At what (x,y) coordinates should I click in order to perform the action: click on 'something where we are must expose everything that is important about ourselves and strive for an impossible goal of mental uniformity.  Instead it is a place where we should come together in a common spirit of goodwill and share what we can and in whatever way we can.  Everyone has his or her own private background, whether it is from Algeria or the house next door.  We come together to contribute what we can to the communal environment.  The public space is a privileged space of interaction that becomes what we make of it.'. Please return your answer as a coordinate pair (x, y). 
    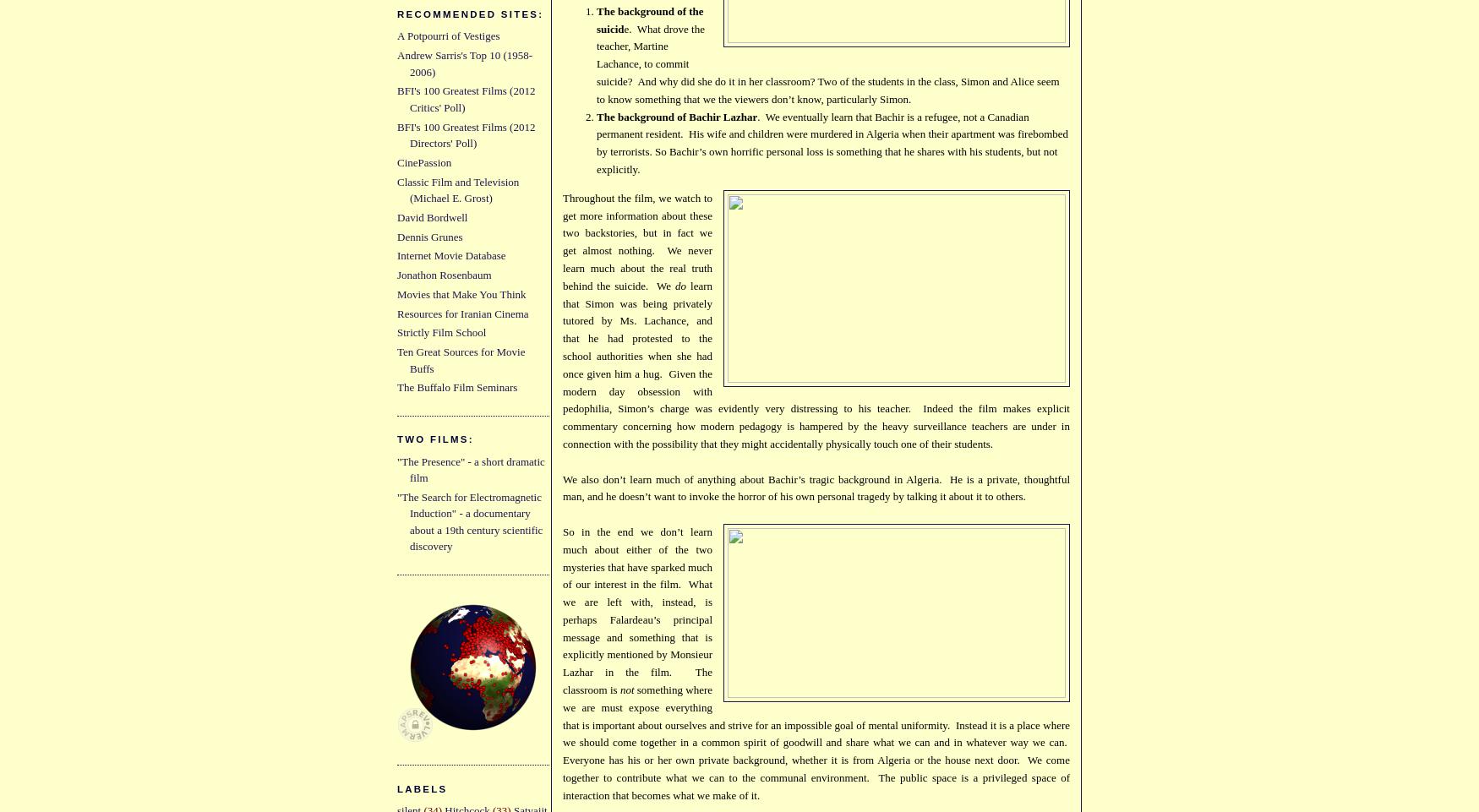
    Looking at the image, I should click on (816, 741).